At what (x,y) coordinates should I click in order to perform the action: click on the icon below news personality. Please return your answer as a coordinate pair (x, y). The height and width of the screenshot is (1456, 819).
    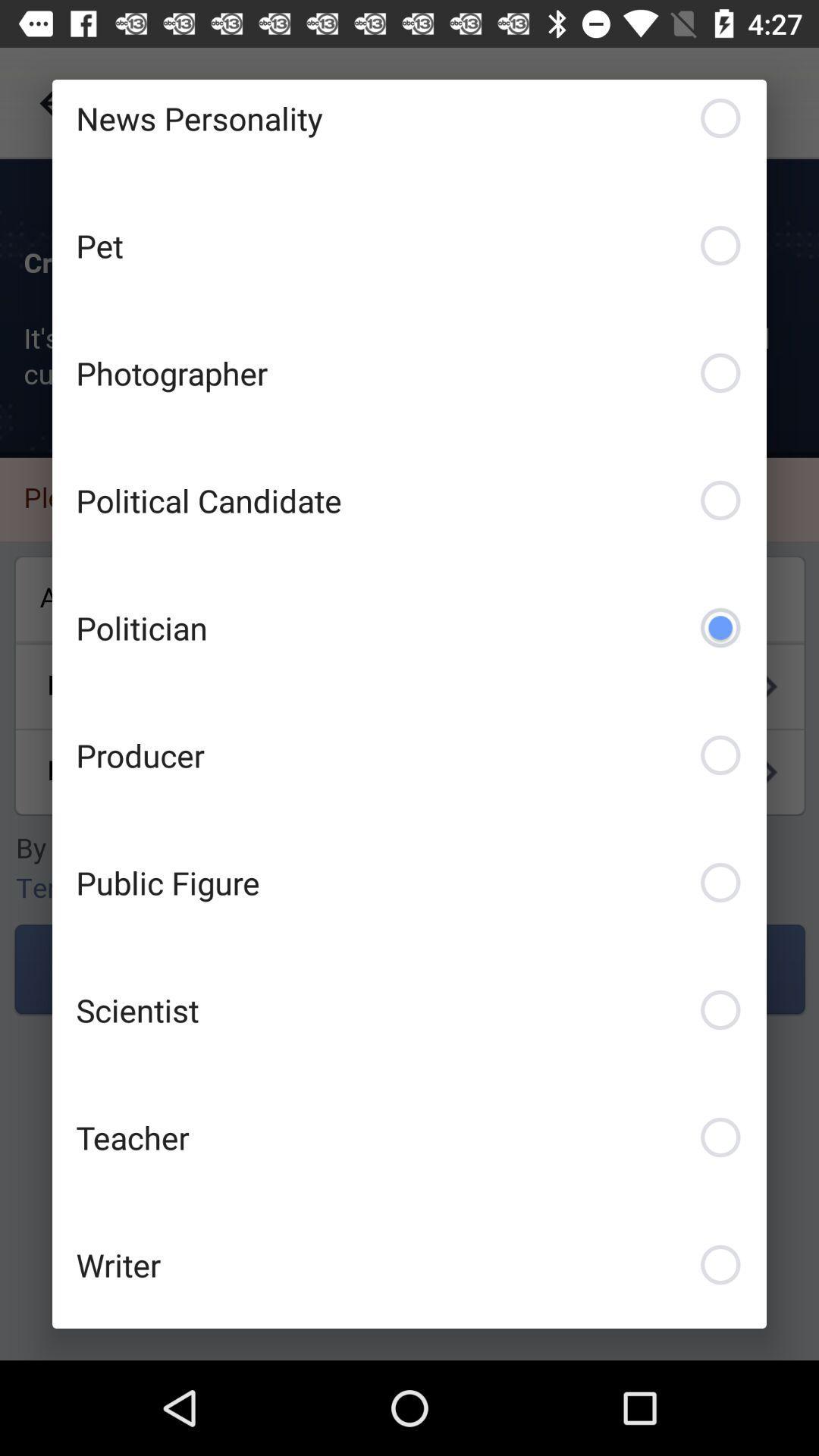
    Looking at the image, I should click on (409, 246).